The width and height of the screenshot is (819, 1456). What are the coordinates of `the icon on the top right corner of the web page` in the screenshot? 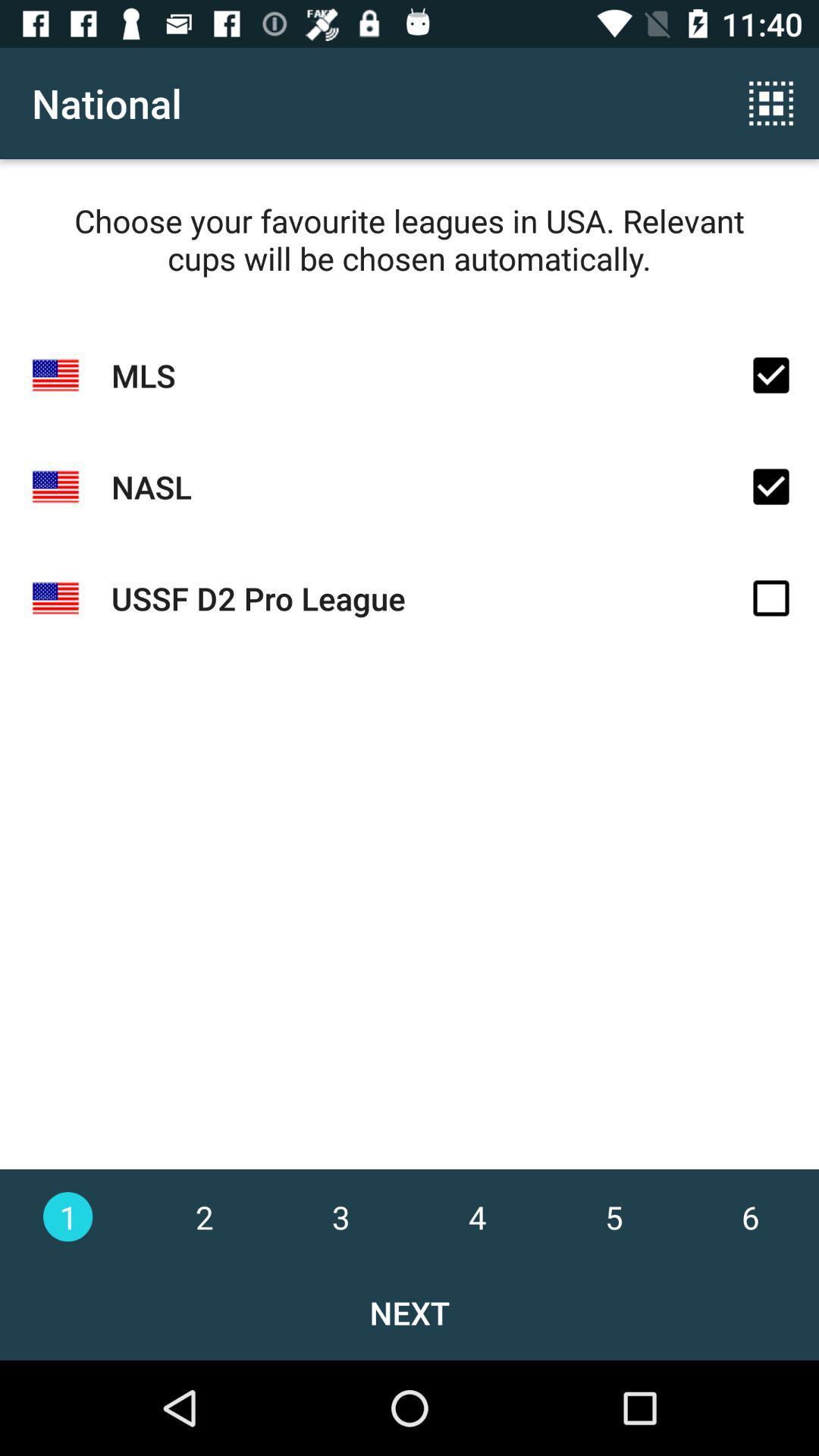 It's located at (771, 103).